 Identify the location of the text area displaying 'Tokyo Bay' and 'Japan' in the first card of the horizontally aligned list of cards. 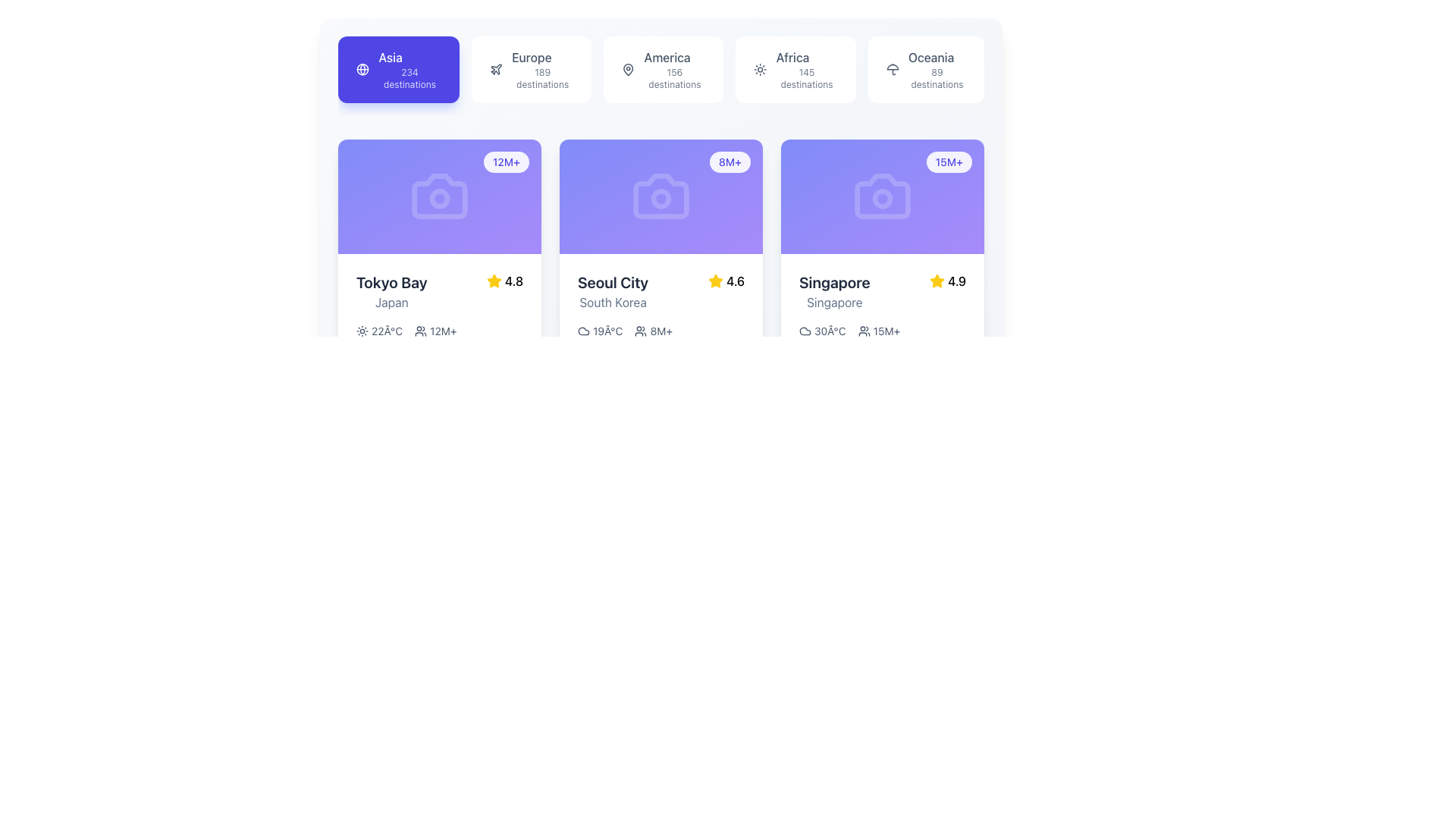
(391, 291).